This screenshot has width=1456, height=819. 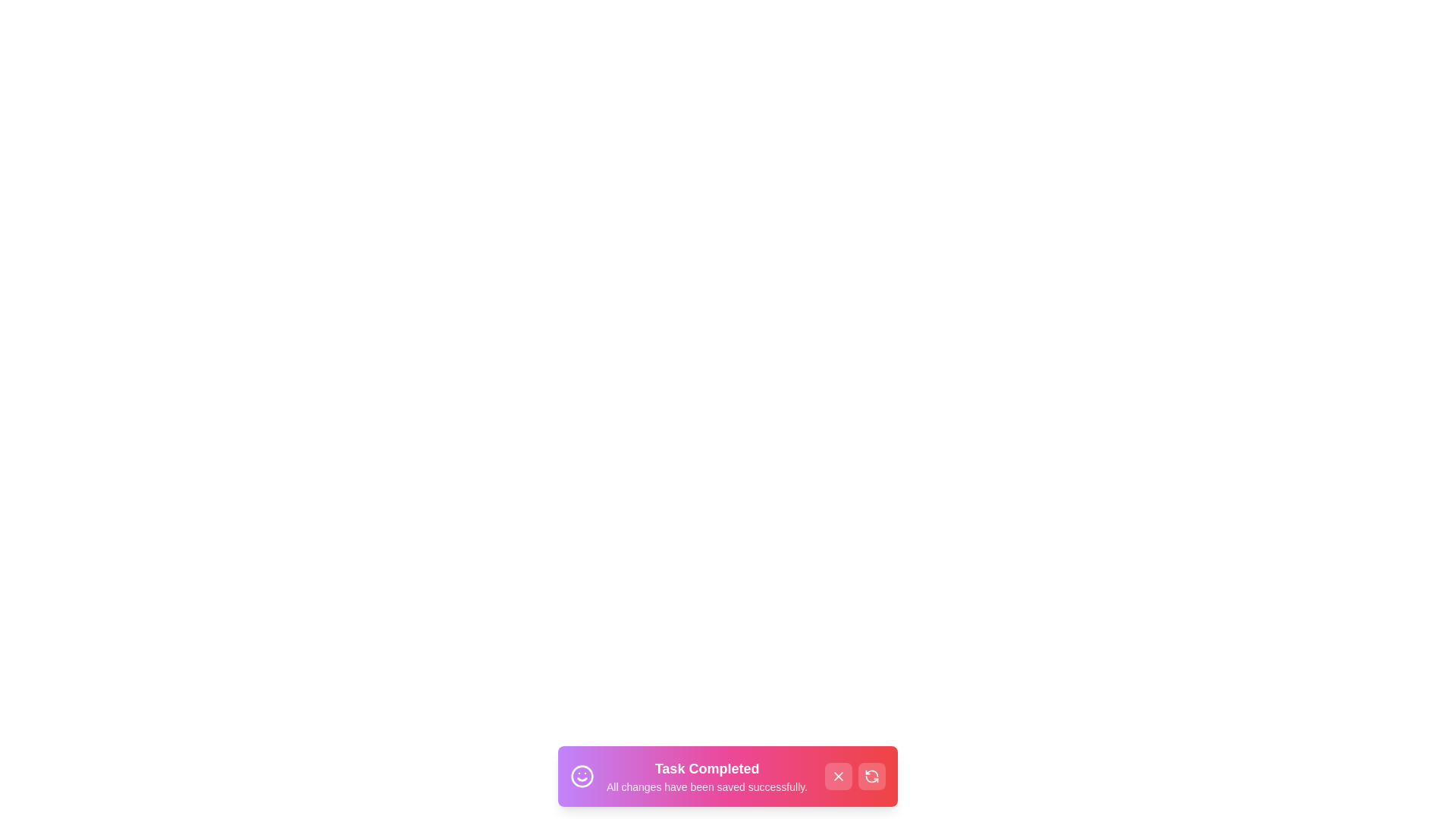 What do you see at coordinates (837, 776) in the screenshot?
I see `the close button to dismiss the notification` at bounding box center [837, 776].